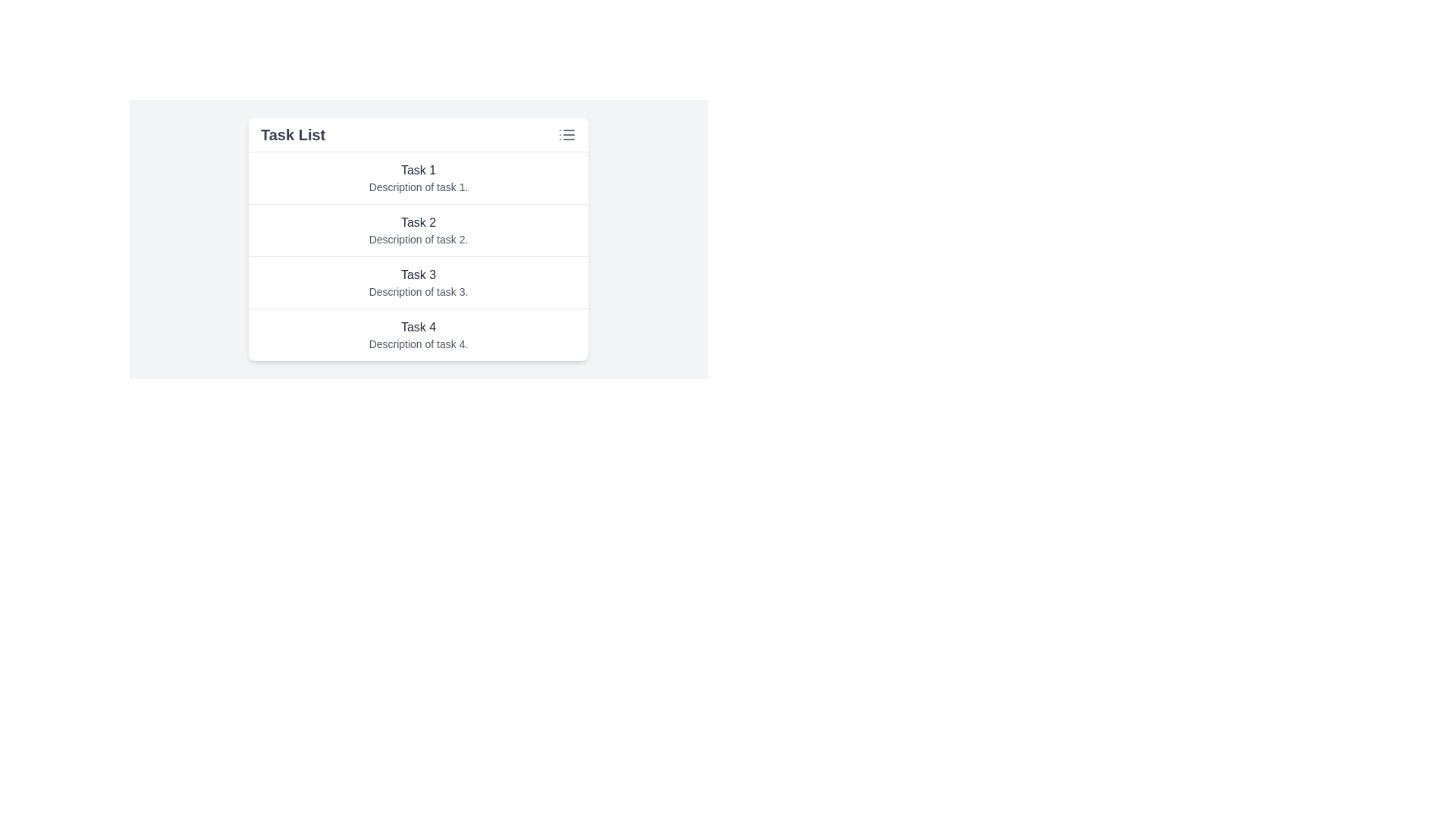 The height and width of the screenshot is (819, 1456). What do you see at coordinates (566, 133) in the screenshot?
I see `the minimalist gray list-style icon located at the top-right corner of the 'Task List' panel, adjacent to the panel's header text` at bounding box center [566, 133].